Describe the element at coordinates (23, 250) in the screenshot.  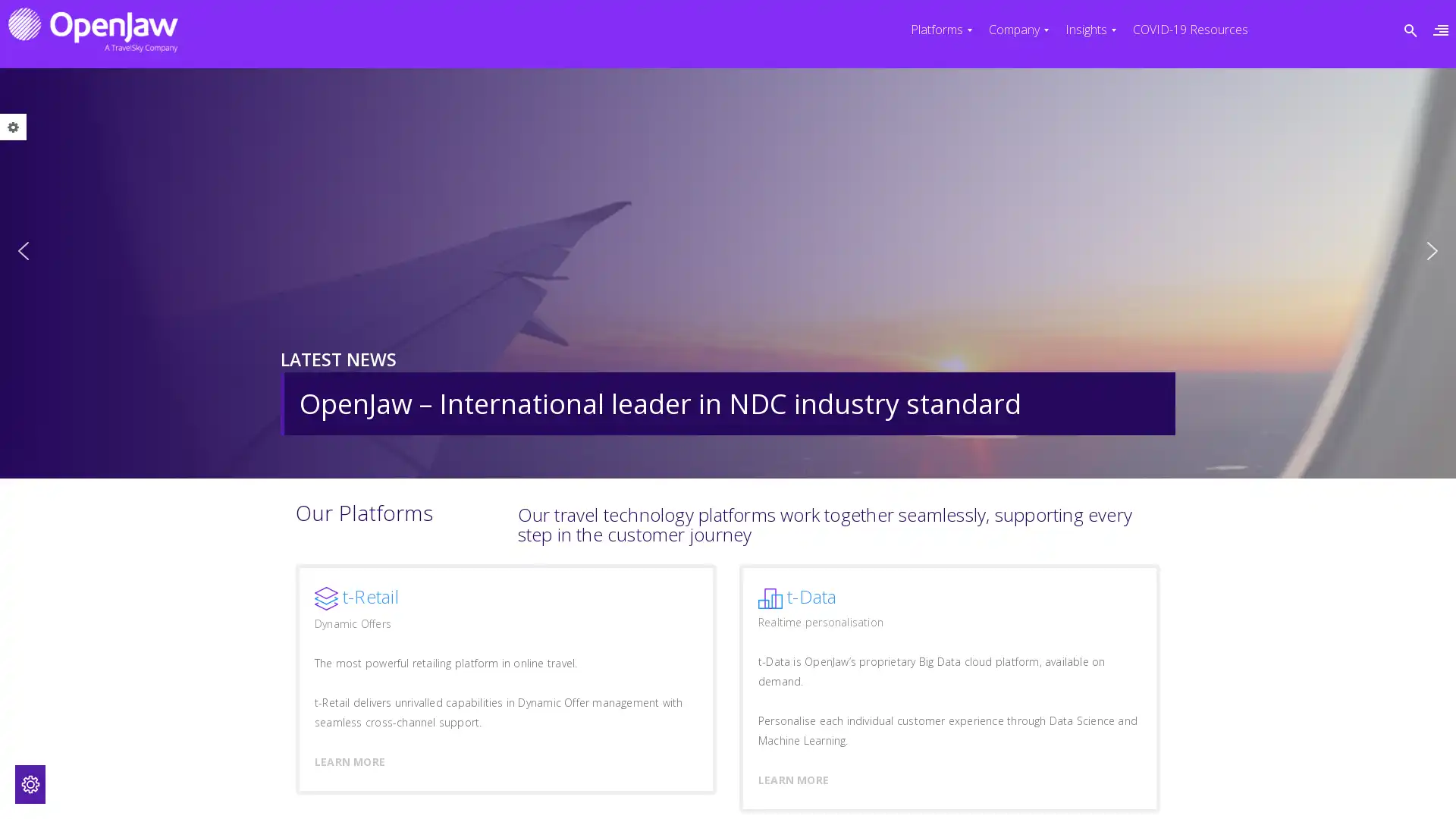
I see `previous arrow` at that location.